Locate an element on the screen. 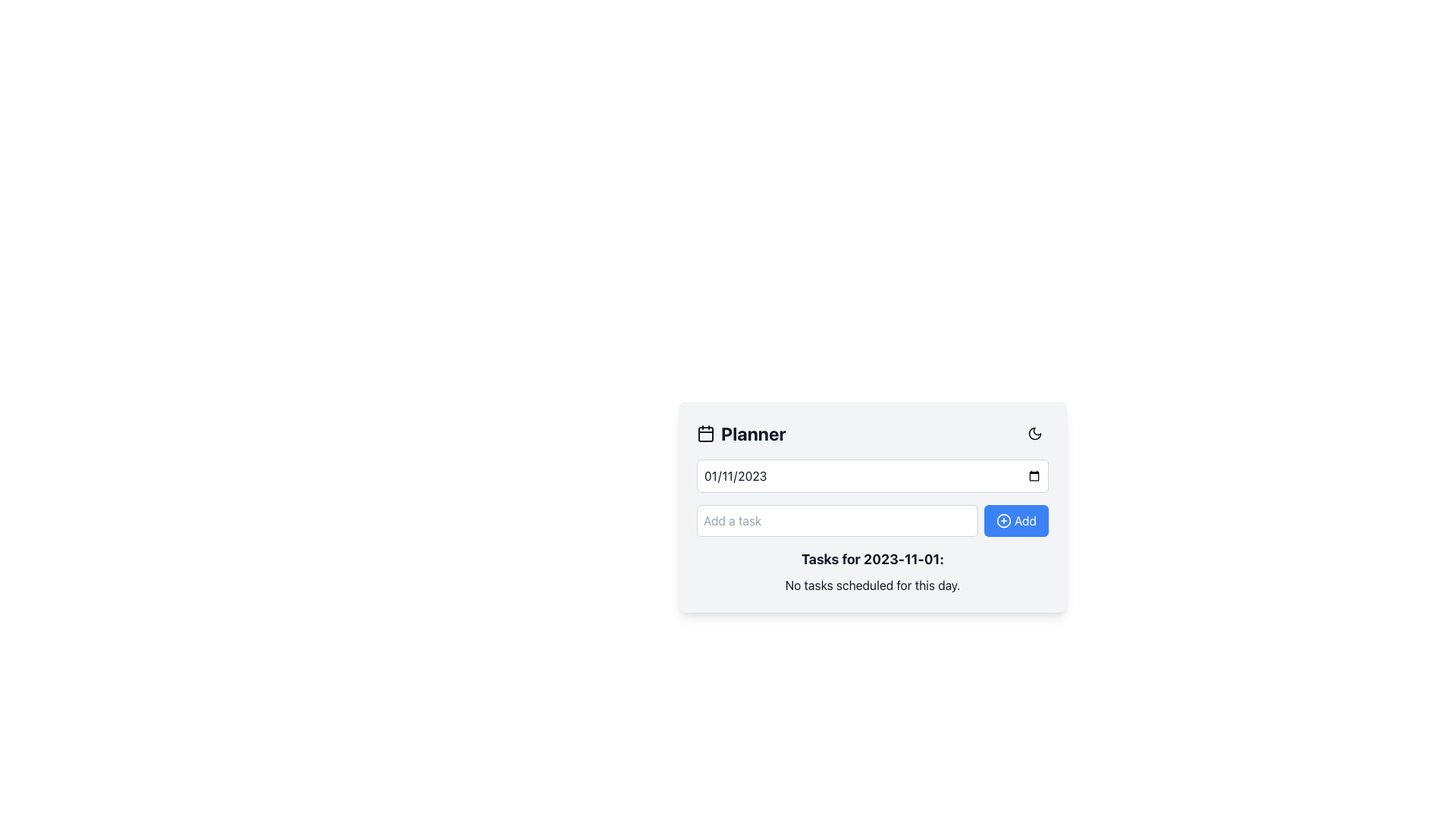  the minimalistic moon icon located in the upper-right corner of the interface's main card is located at coordinates (1034, 433).